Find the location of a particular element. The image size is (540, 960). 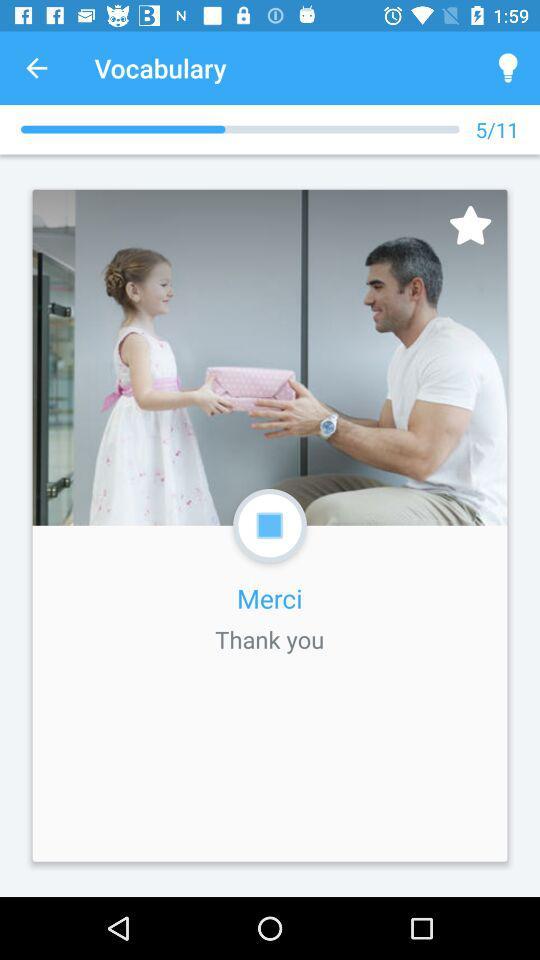

the icon next to vocabulary item is located at coordinates (36, 68).